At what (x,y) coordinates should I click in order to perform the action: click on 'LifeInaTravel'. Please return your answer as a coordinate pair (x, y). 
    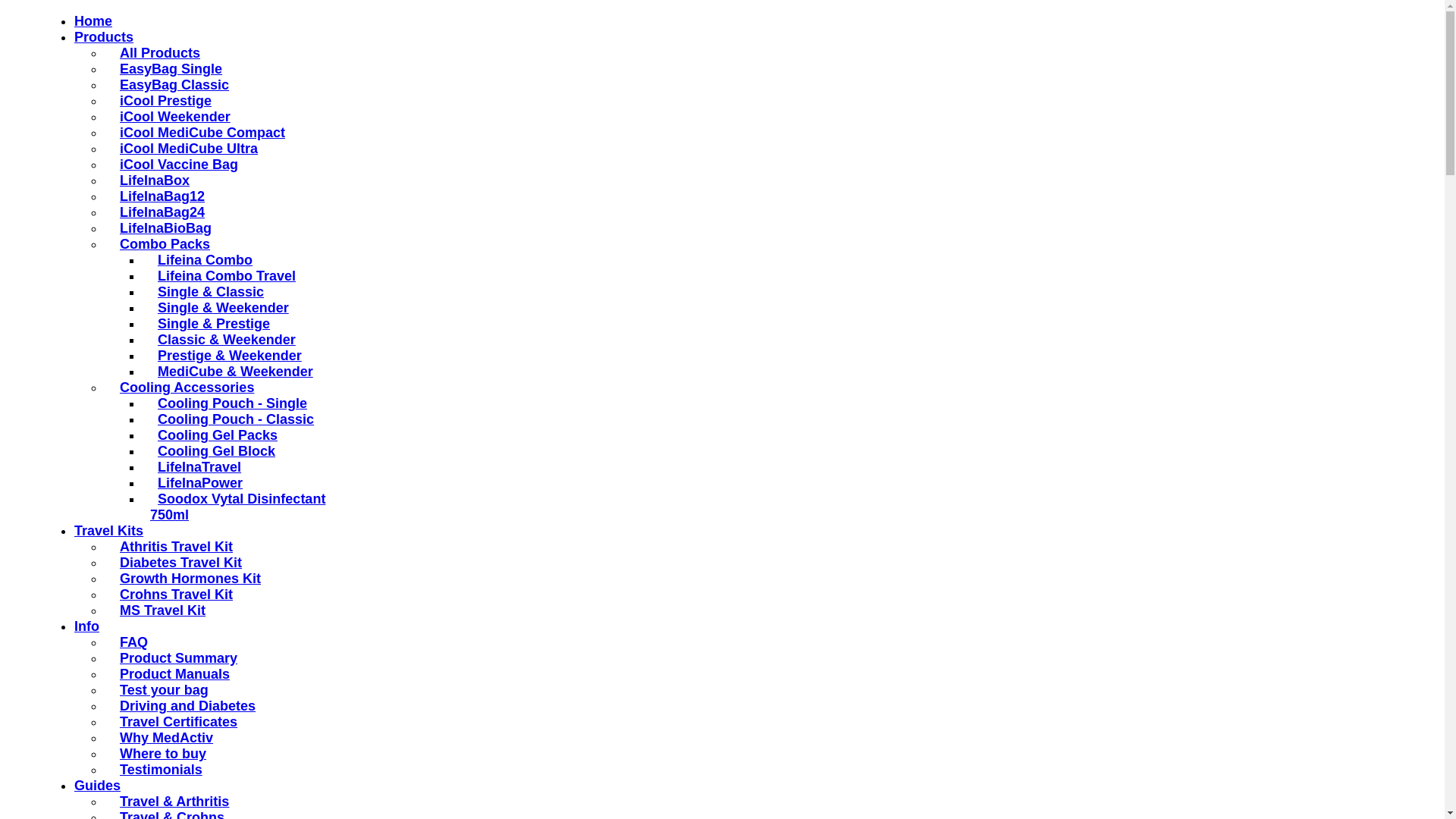
    Looking at the image, I should click on (195, 466).